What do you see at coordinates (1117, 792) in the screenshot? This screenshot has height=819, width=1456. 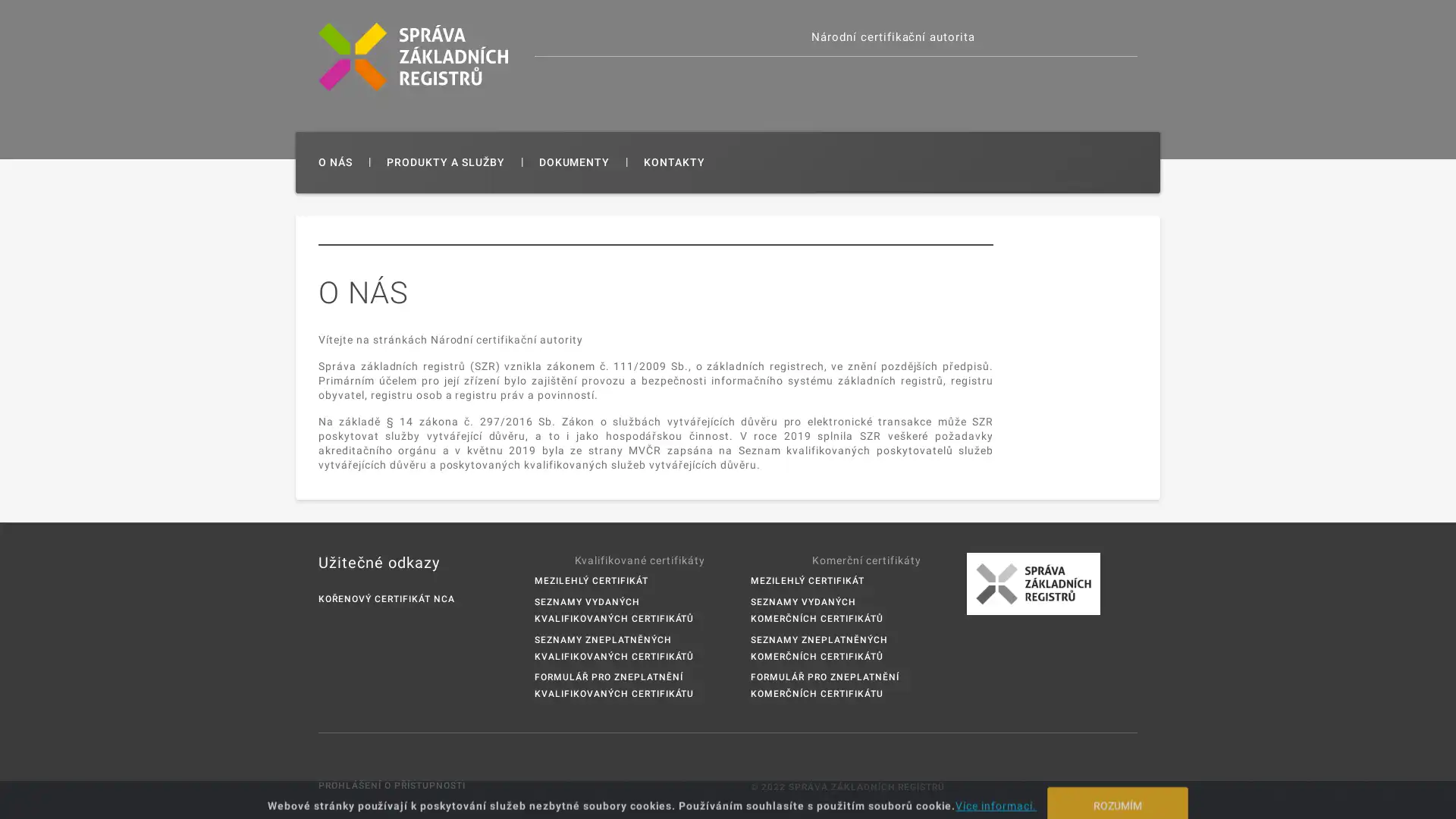 I see `ROZUMIM` at bounding box center [1117, 792].